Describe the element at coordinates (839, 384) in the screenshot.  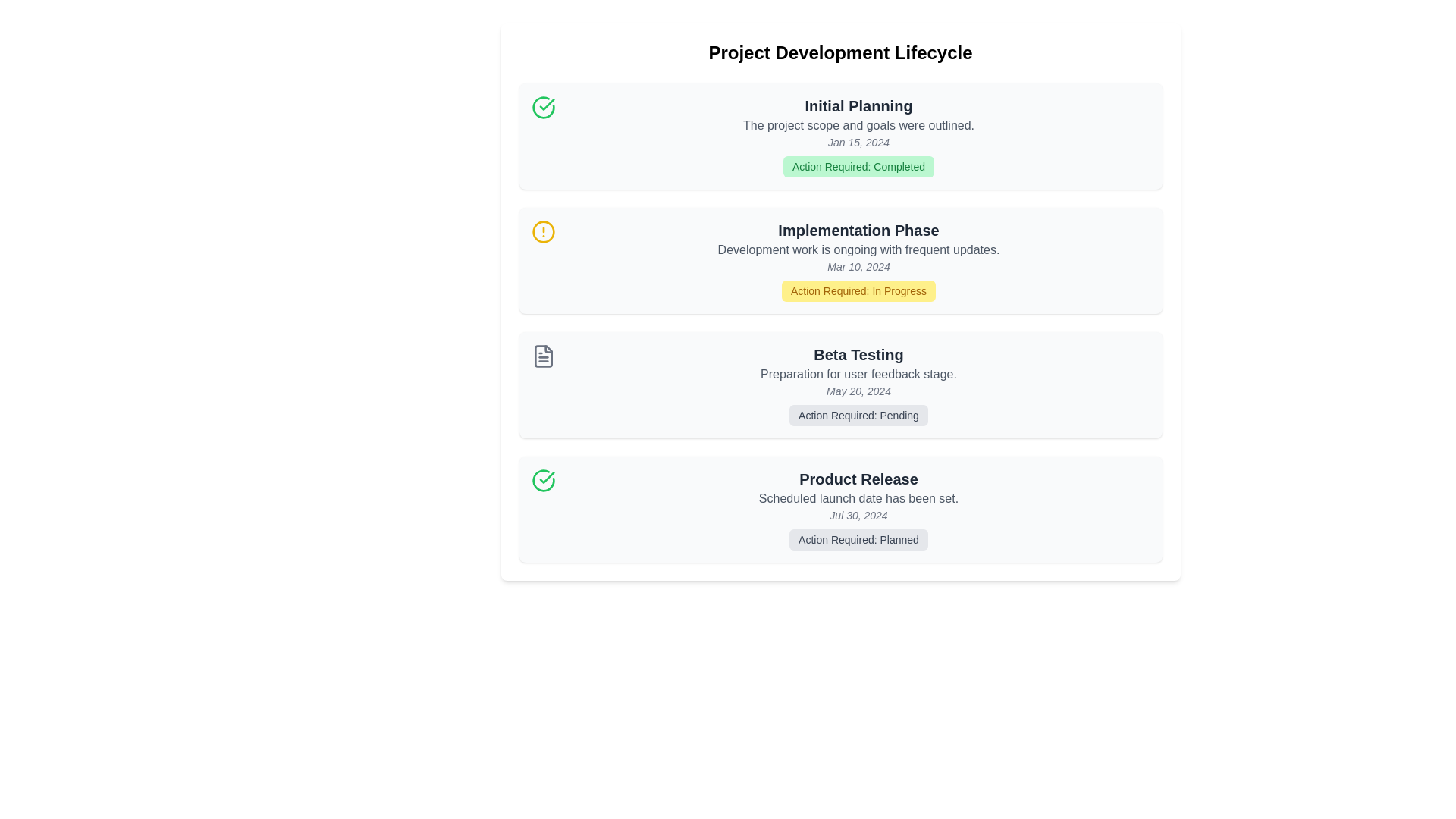
I see `details of the Card Component titled 'Beta Testing' which is the third card in the list under 'Project Development Lifecycle'` at that location.